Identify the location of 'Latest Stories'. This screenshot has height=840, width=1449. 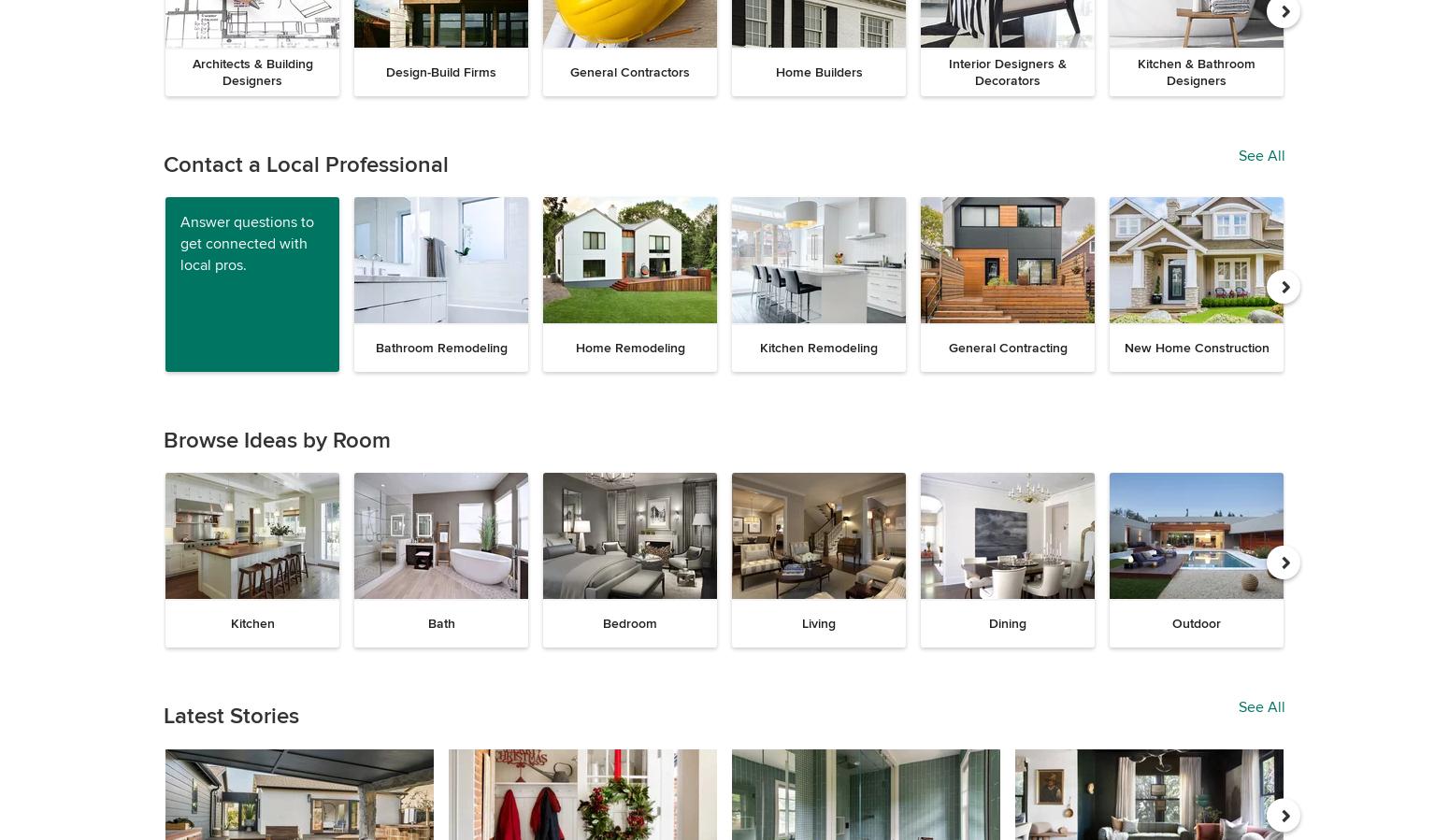
(231, 716).